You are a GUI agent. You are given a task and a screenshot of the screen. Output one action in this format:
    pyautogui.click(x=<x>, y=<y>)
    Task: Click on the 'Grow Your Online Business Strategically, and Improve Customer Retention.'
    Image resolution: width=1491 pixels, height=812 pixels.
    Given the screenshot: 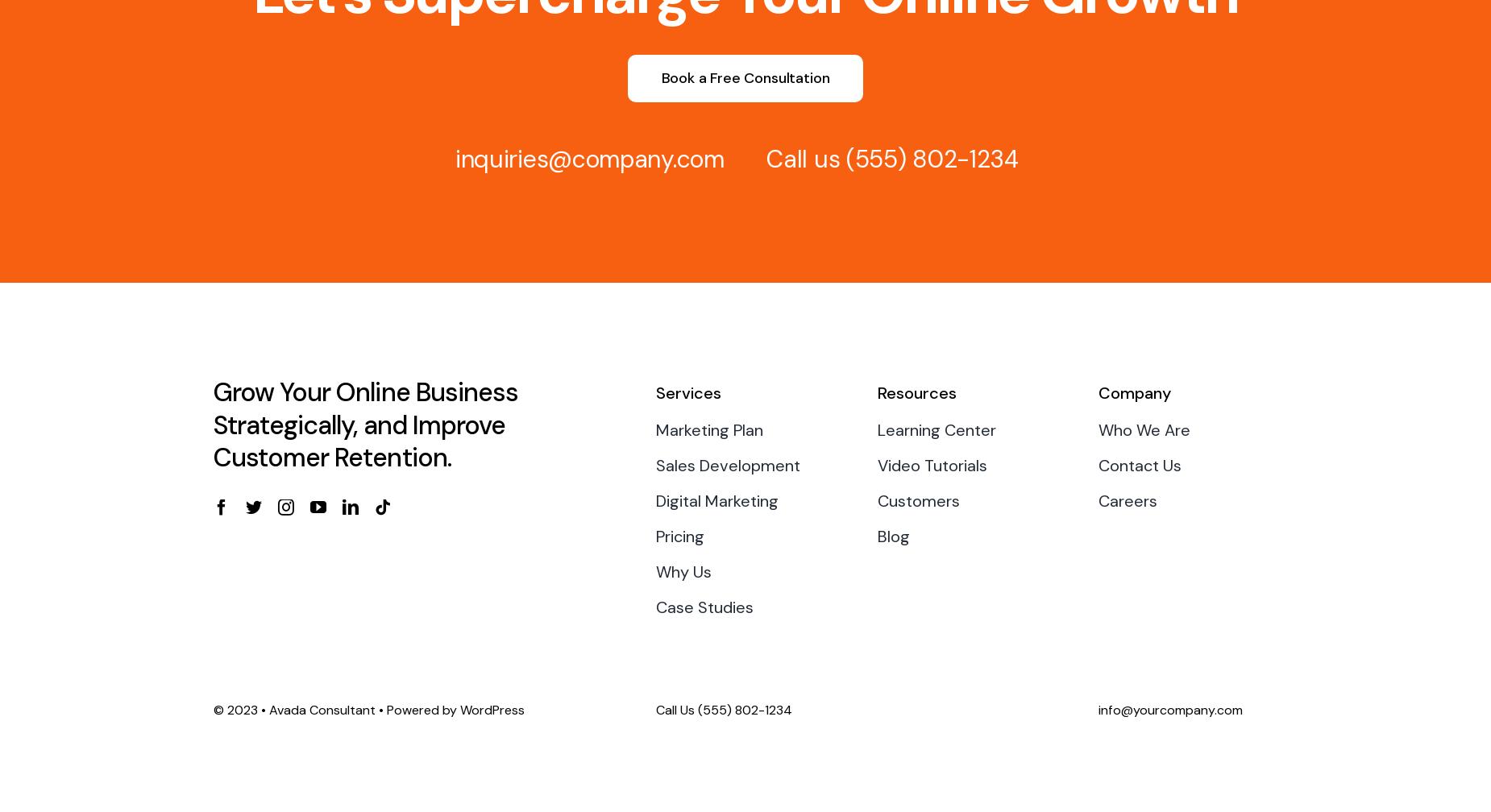 What is the action you would take?
    pyautogui.click(x=364, y=424)
    